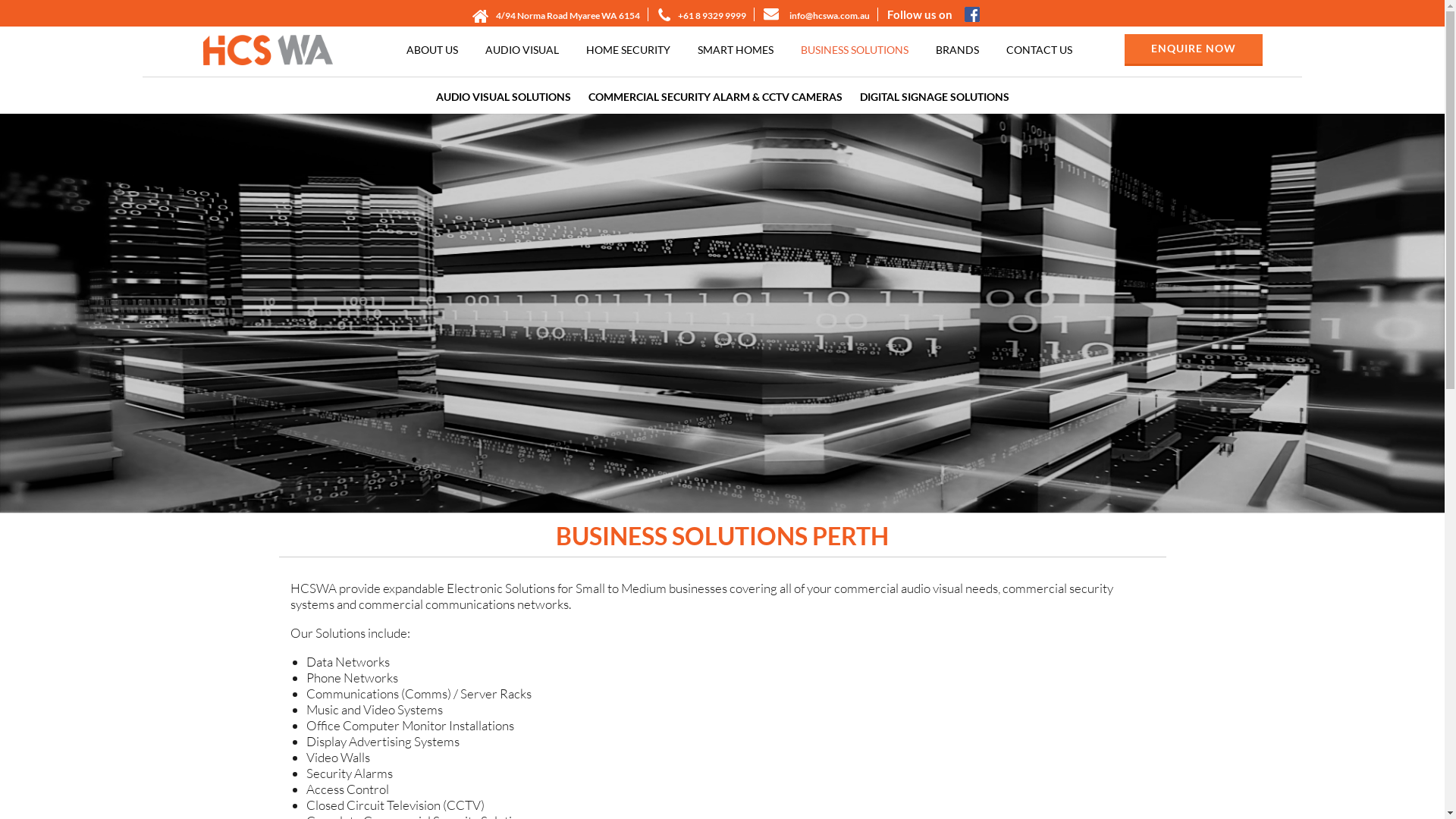 This screenshot has width=1456, height=819. What do you see at coordinates (566, 15) in the screenshot?
I see `'4/94 Norma Road Myaree WA 6154'` at bounding box center [566, 15].